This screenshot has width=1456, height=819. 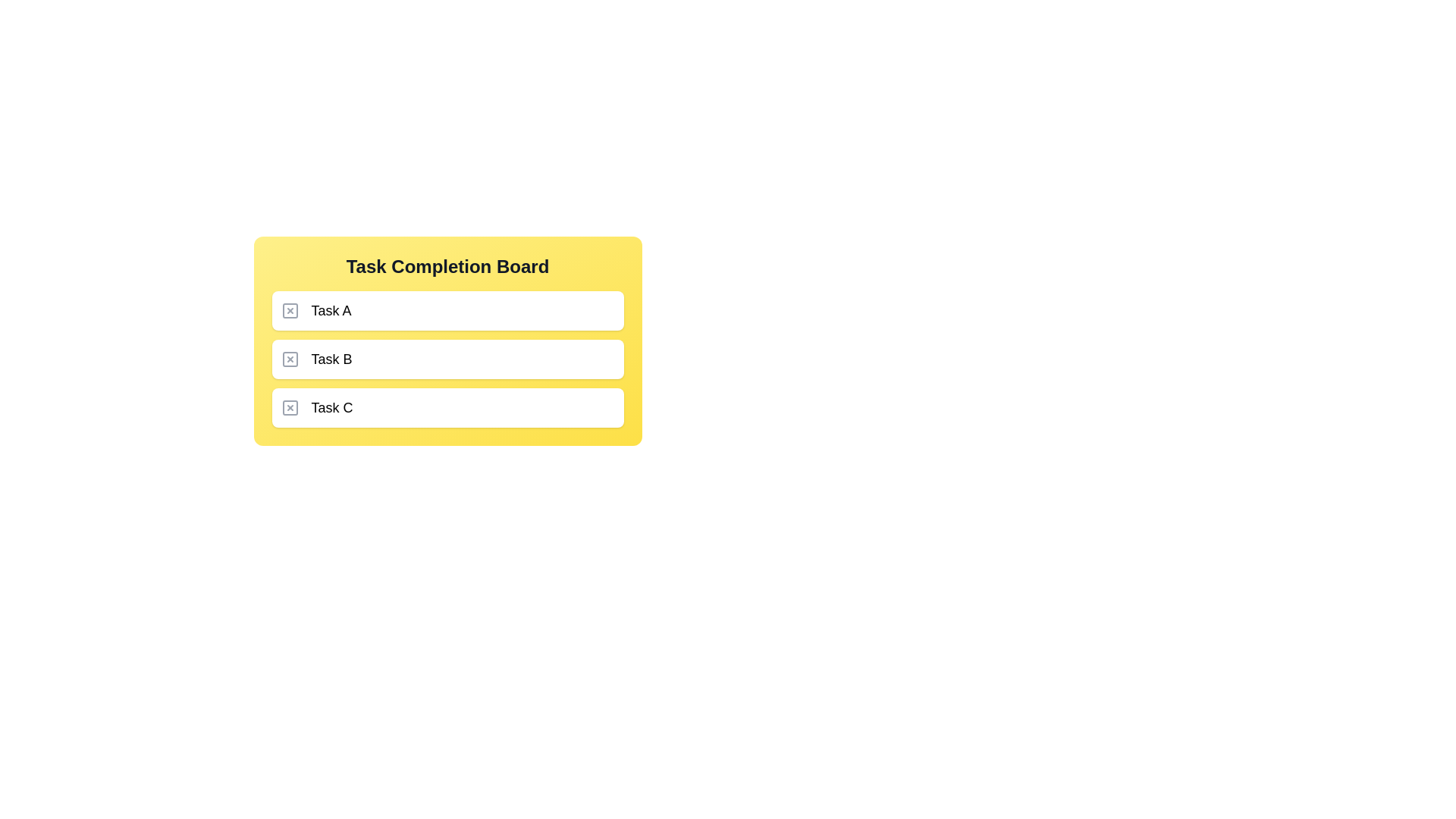 I want to click on the text label representing 'Task B' within the 'Task Completion Board', so click(x=331, y=359).